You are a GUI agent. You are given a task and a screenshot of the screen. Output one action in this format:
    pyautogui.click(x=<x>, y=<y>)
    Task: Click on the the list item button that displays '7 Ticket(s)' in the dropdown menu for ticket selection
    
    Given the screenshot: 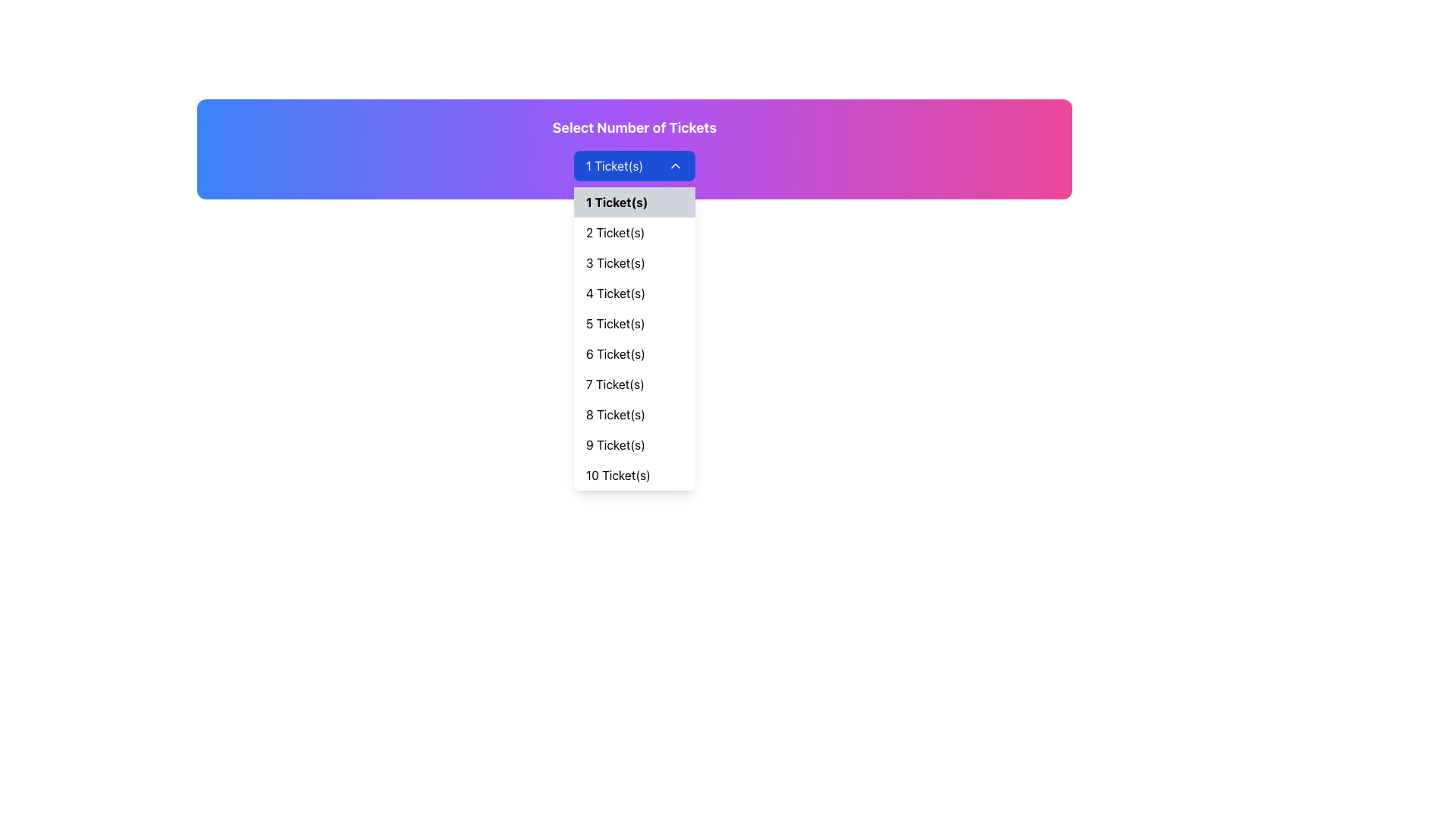 What is the action you would take?
    pyautogui.click(x=634, y=383)
    